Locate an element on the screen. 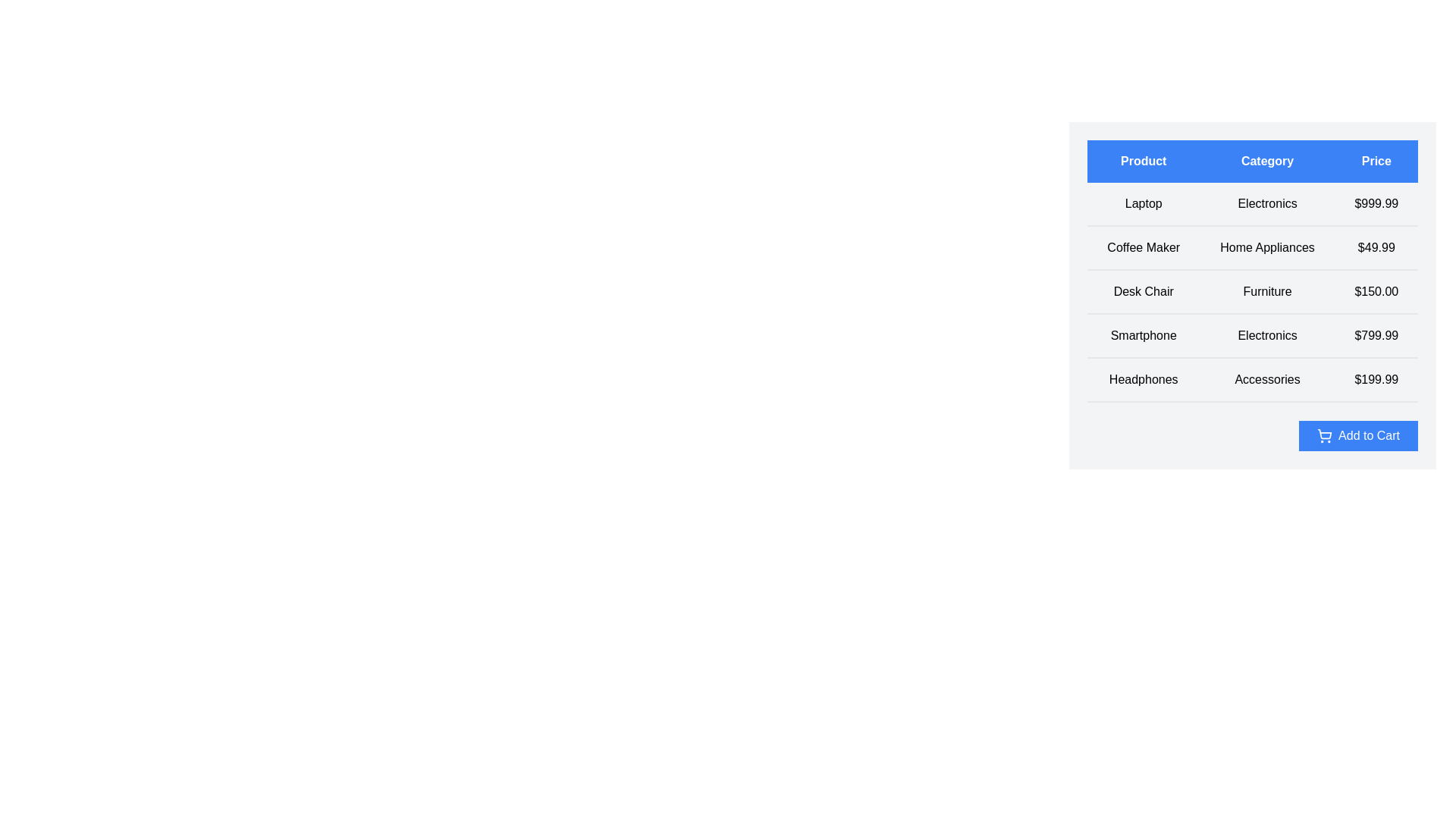 Image resolution: width=1456 pixels, height=819 pixels. the 'Electronics' text label, which is the second column in the fourth row of the table under the 'Category' heading is located at coordinates (1267, 335).